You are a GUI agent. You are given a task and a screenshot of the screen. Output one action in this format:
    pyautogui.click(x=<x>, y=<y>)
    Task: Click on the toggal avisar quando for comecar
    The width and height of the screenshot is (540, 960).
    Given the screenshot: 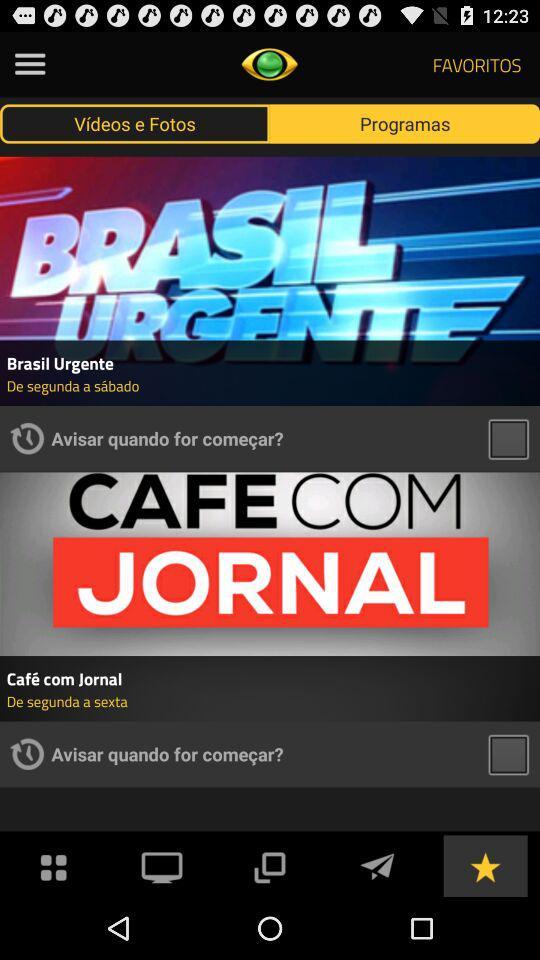 What is the action you would take?
    pyautogui.click(x=508, y=753)
    